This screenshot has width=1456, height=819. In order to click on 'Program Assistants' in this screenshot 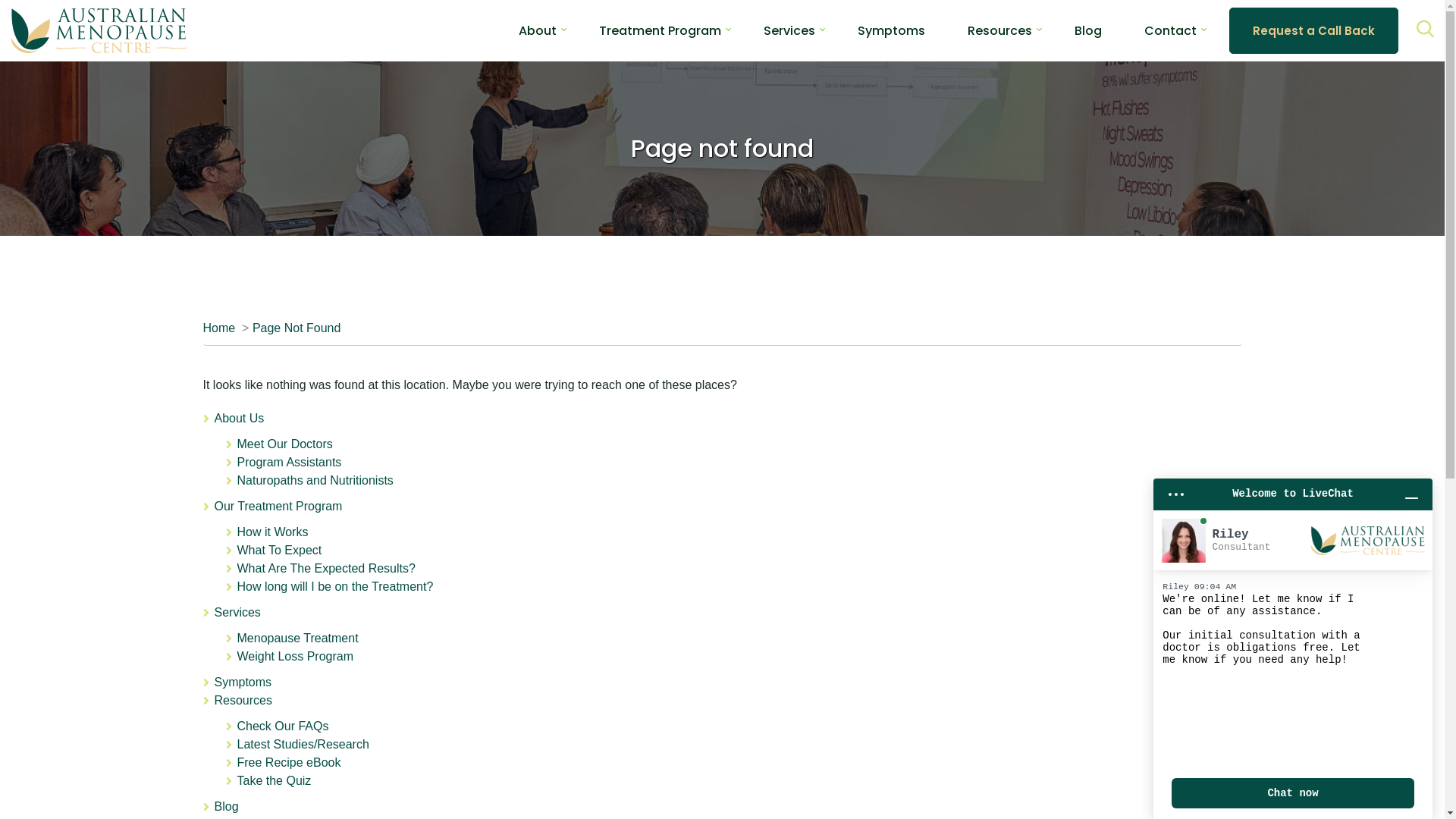, I will do `click(288, 461)`.